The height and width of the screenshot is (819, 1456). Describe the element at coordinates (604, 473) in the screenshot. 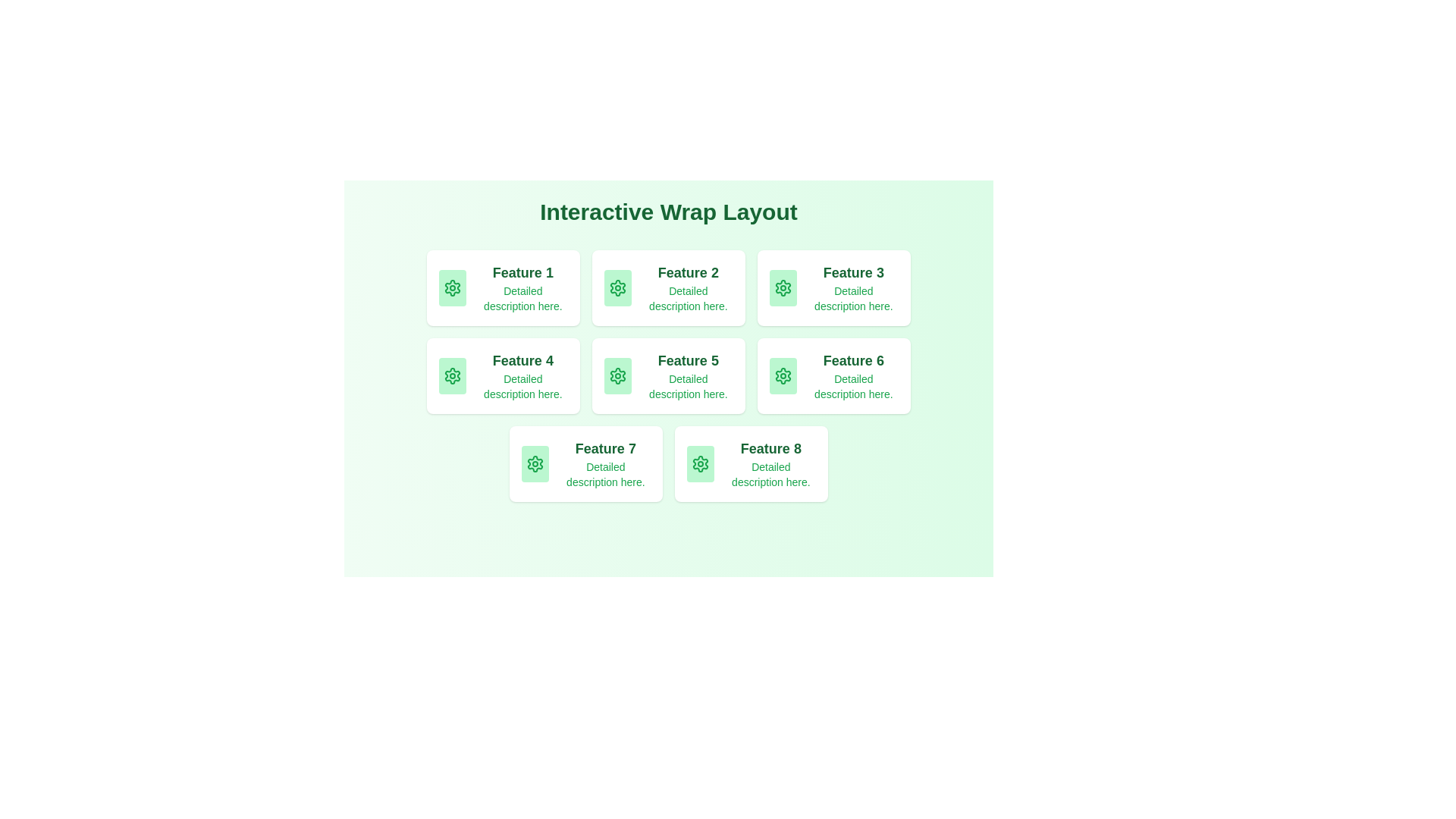

I see `the text label displaying 'Detailed description here.' located below the title 'Feature 7' in the card layout to check for hover effects` at that location.